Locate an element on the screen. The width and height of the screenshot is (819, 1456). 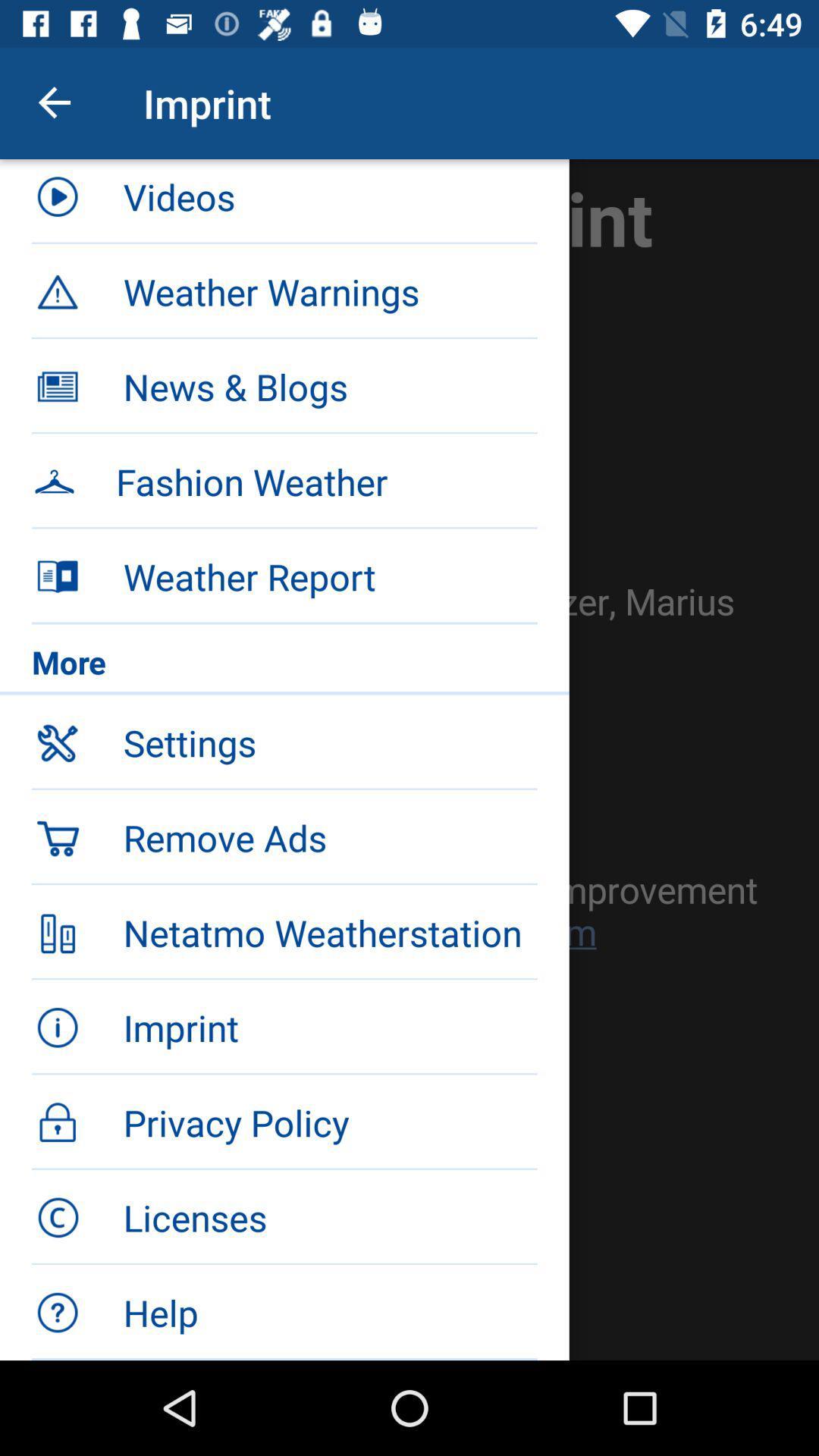
remove ads item is located at coordinates (329, 836).